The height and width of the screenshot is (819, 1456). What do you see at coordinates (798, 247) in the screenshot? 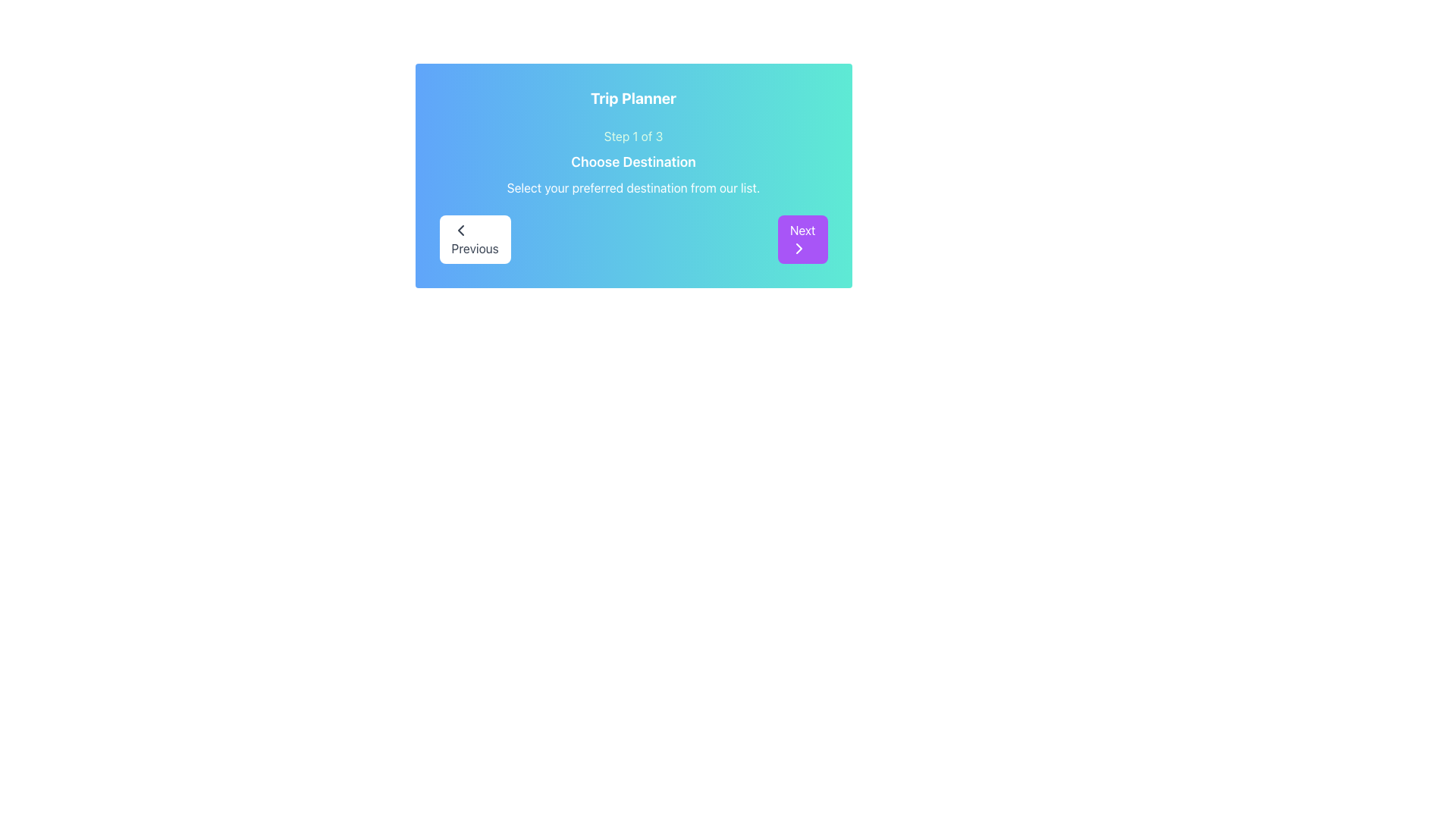
I see `the chevron pointing right icon located on the right side of the 'Next' button in the bottom-right corner of the interface's central card` at bounding box center [798, 247].